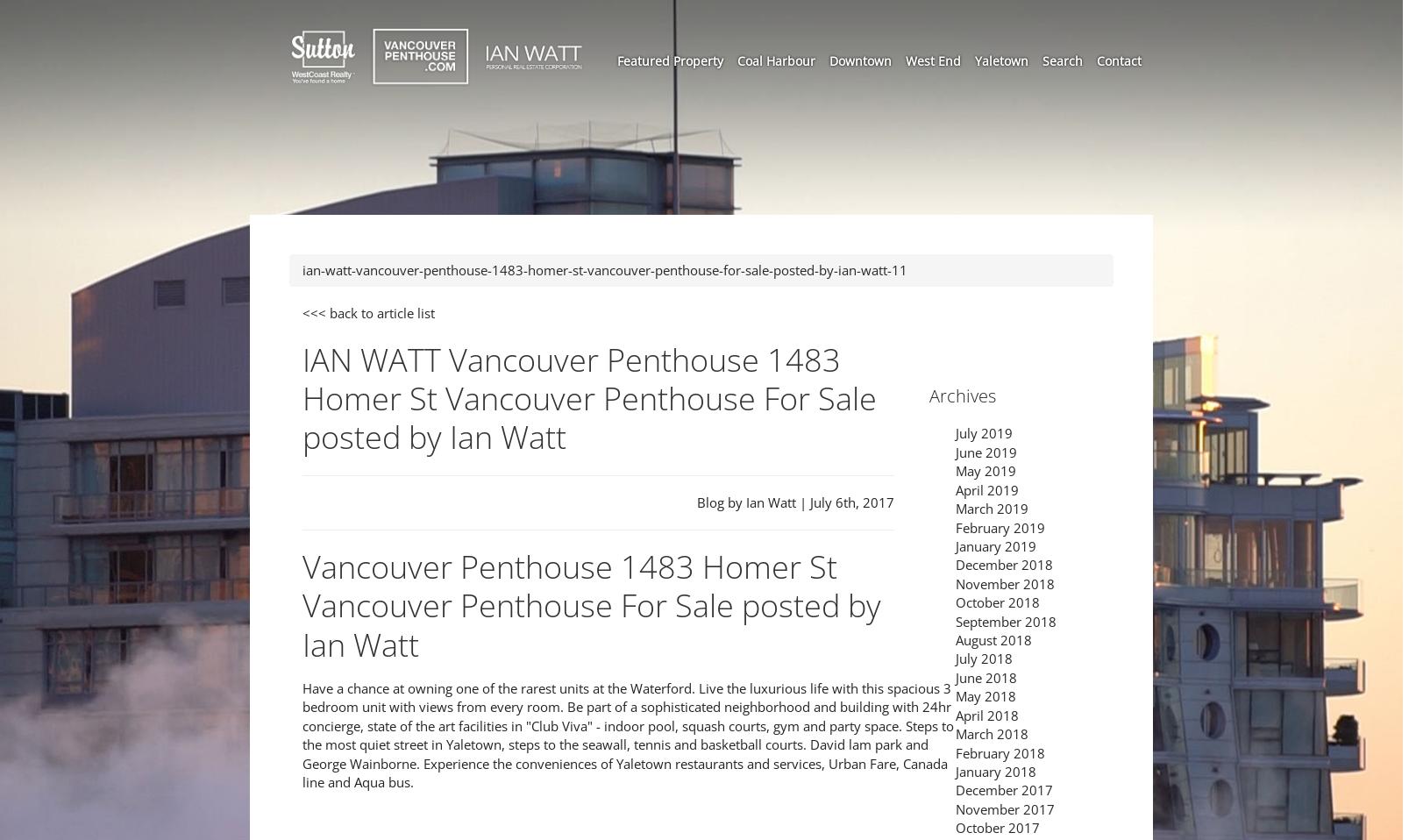 This screenshot has width=1416, height=840. I want to click on 'December 2017', so click(1004, 789).